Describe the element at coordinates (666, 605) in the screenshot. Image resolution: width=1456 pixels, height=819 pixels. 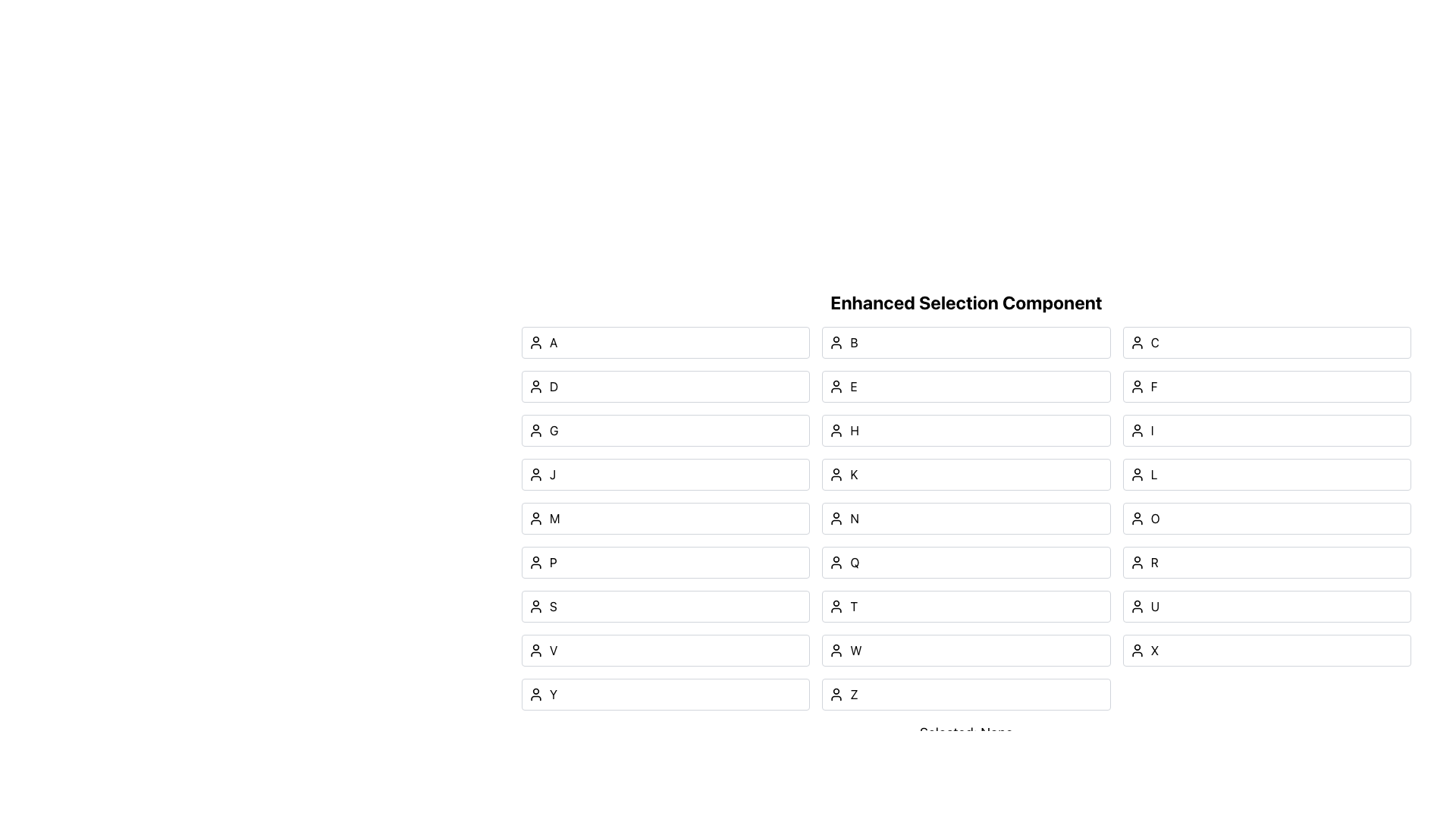
I see `the button labeled 'S' which is a horizontally rectangular button with a white background and black text, located in the last row, first column of the grid` at that location.